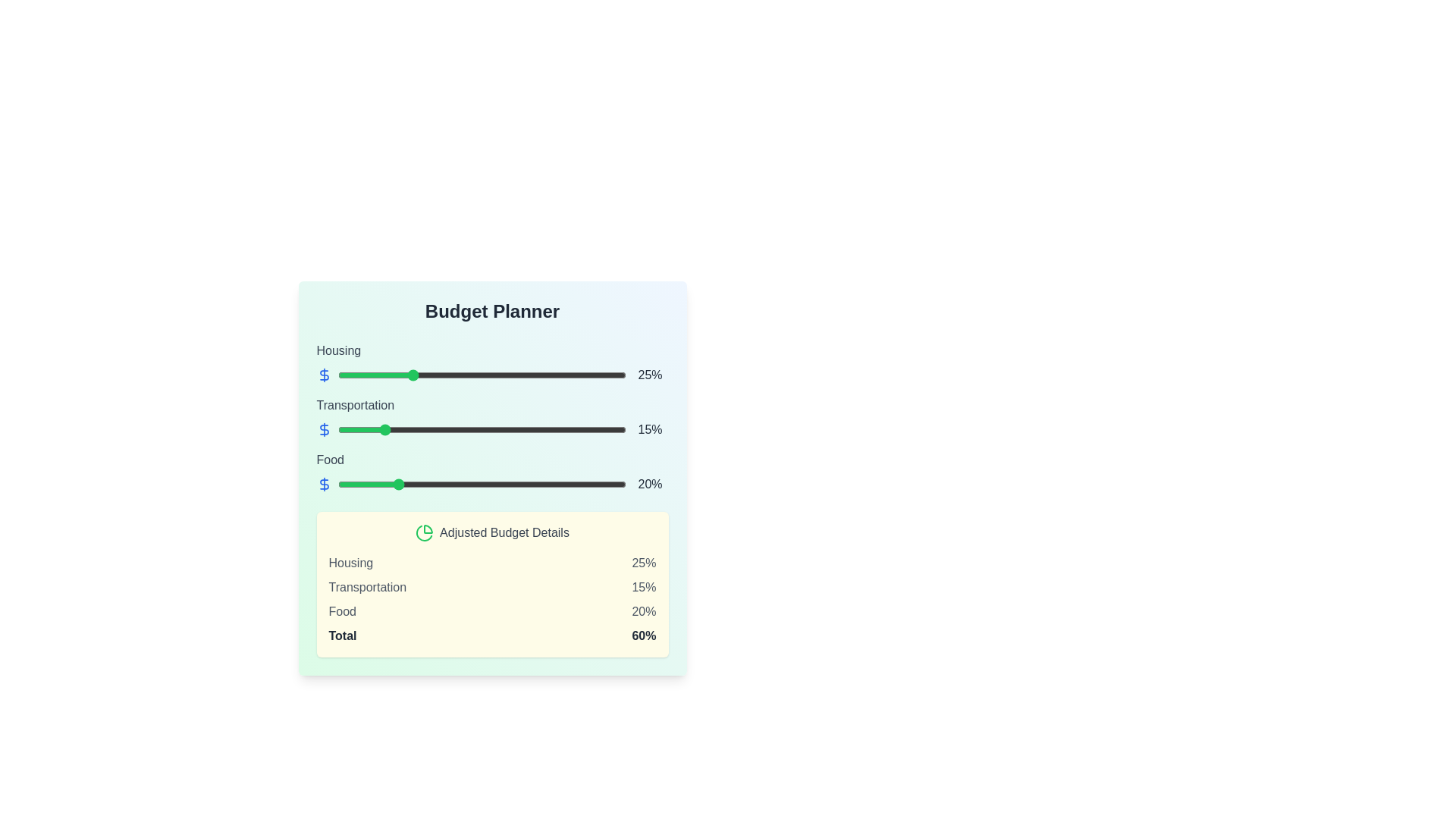  Describe the element at coordinates (499, 430) in the screenshot. I see `transportation budget percentage` at that location.